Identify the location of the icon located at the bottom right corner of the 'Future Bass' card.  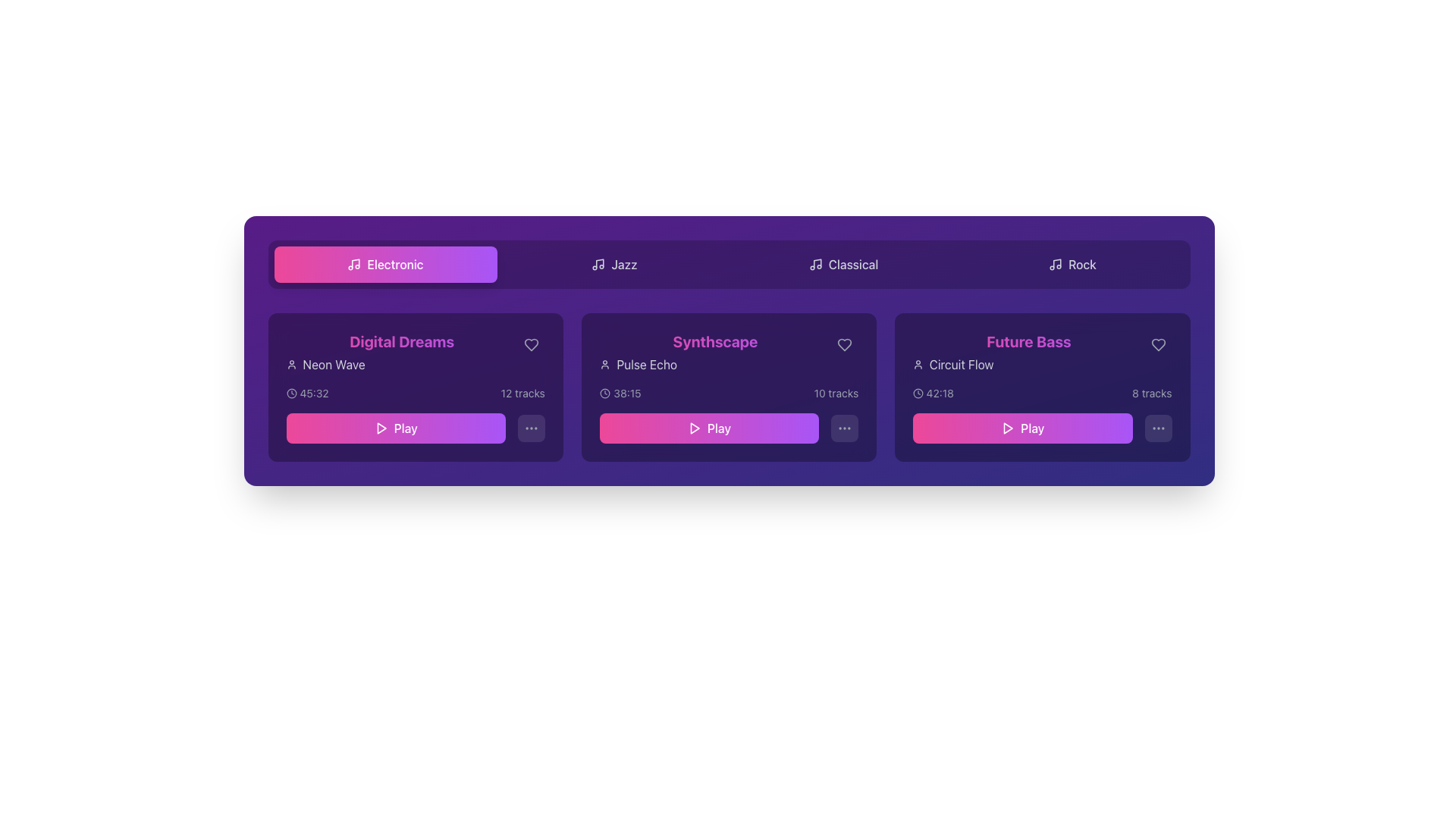
(1157, 428).